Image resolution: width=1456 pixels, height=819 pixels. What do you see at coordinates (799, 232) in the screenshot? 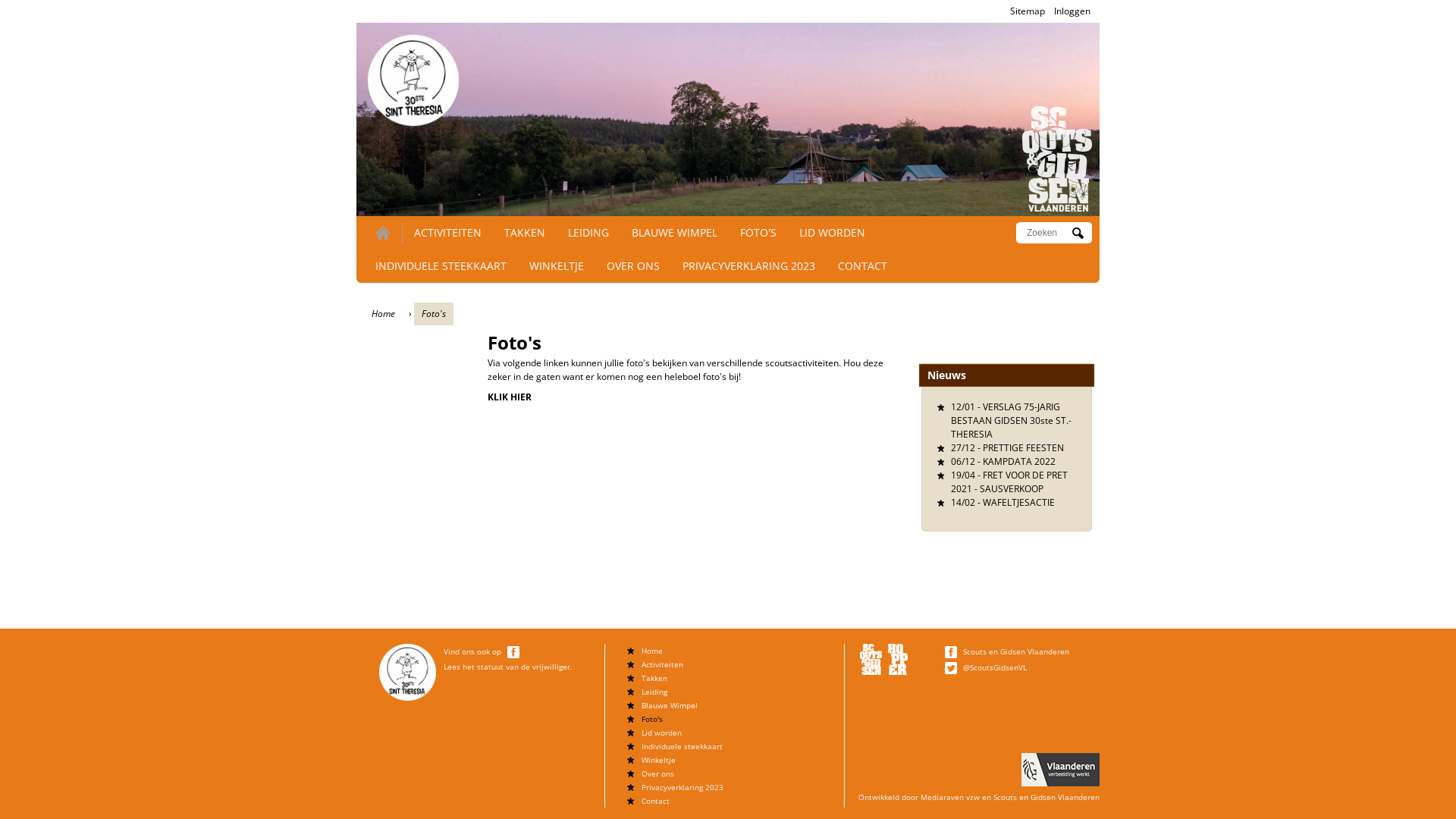
I see `'LID WORDEN'` at bounding box center [799, 232].